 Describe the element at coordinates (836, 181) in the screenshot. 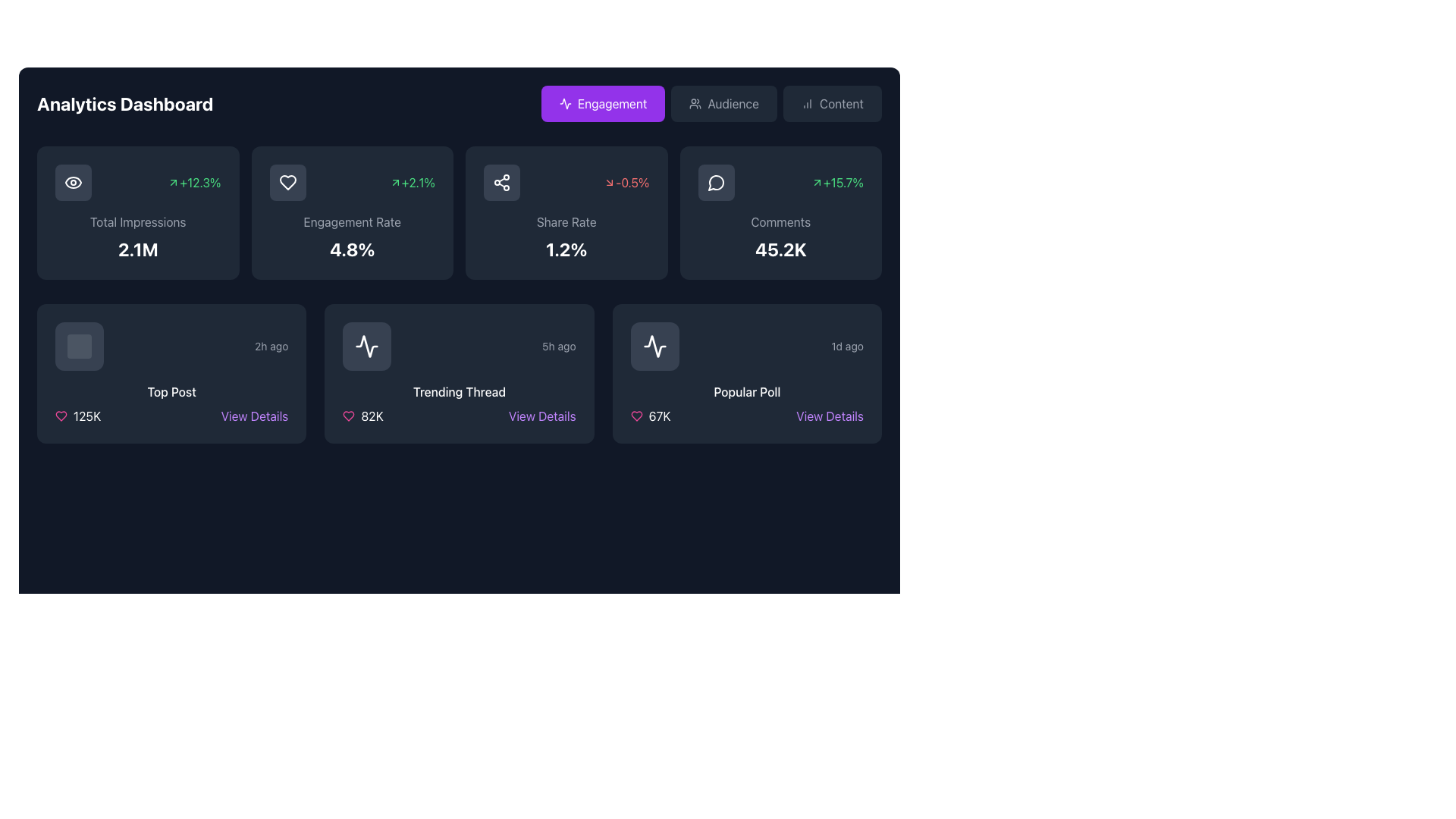

I see `the displayed percentage '+15.7%' next to the upward arrow icon in the top-right section of the 'Comments' panel under the 'Engagement' tab of the analytics dashboard` at that location.